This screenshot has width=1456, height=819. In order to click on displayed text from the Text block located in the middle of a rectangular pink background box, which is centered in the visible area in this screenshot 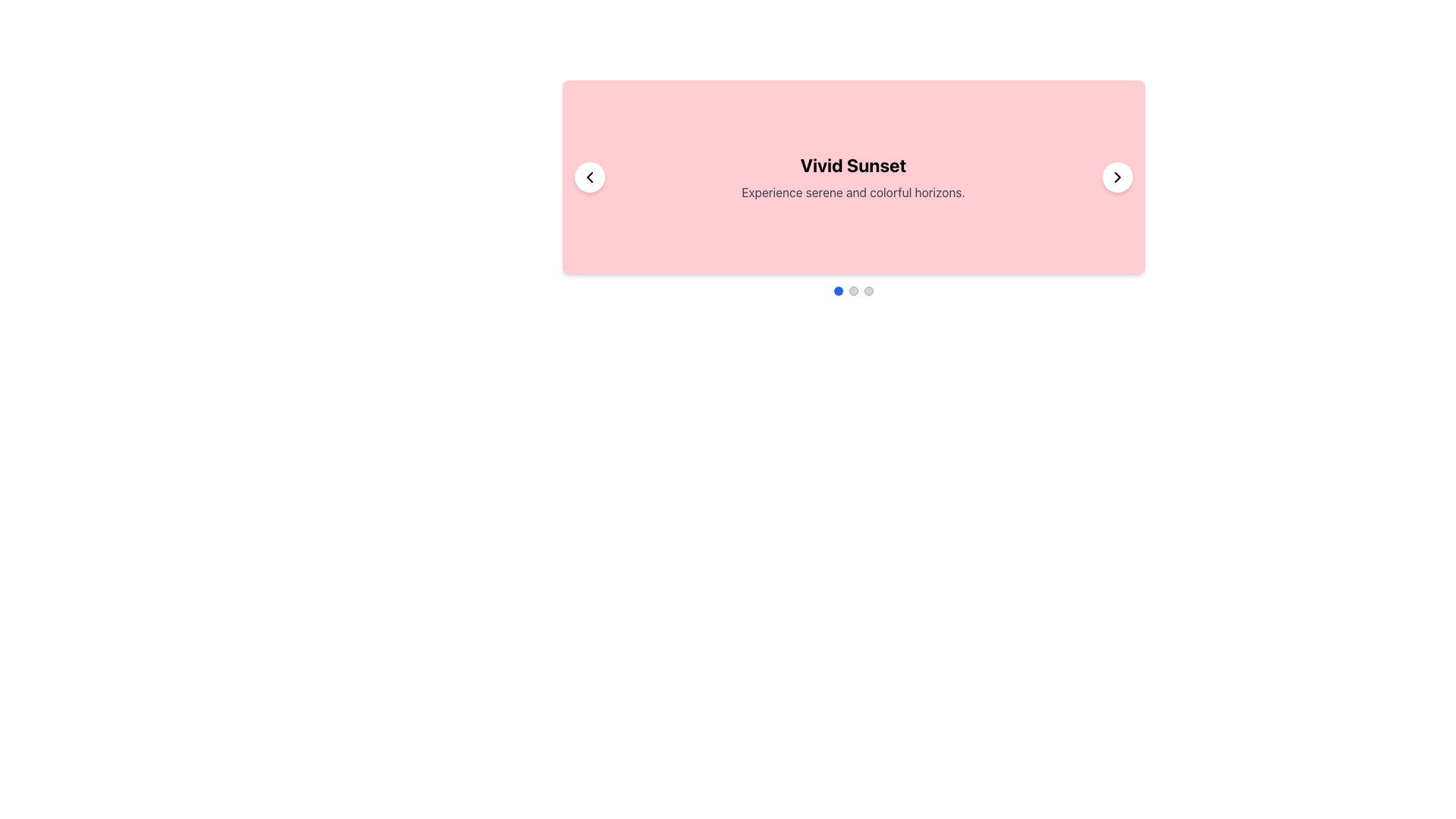, I will do `click(853, 187)`.